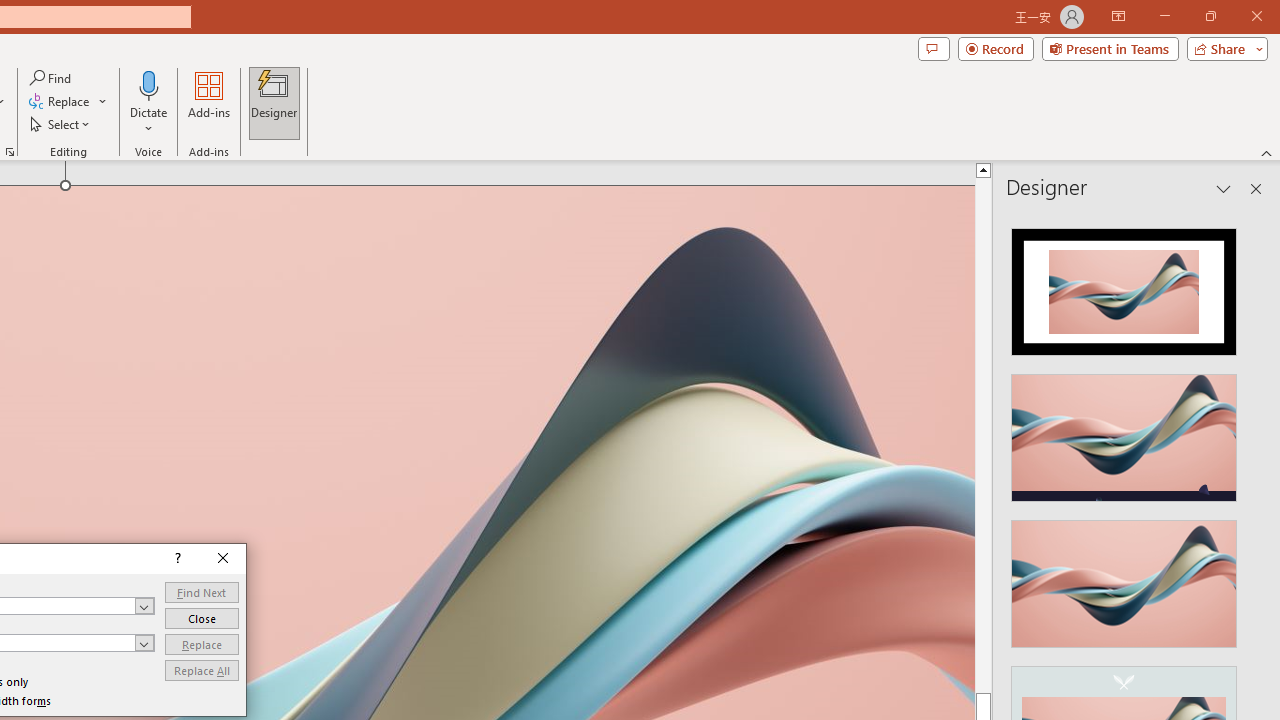 This screenshot has height=720, width=1280. Describe the element at coordinates (202, 591) in the screenshot. I see `'Find Next'` at that location.